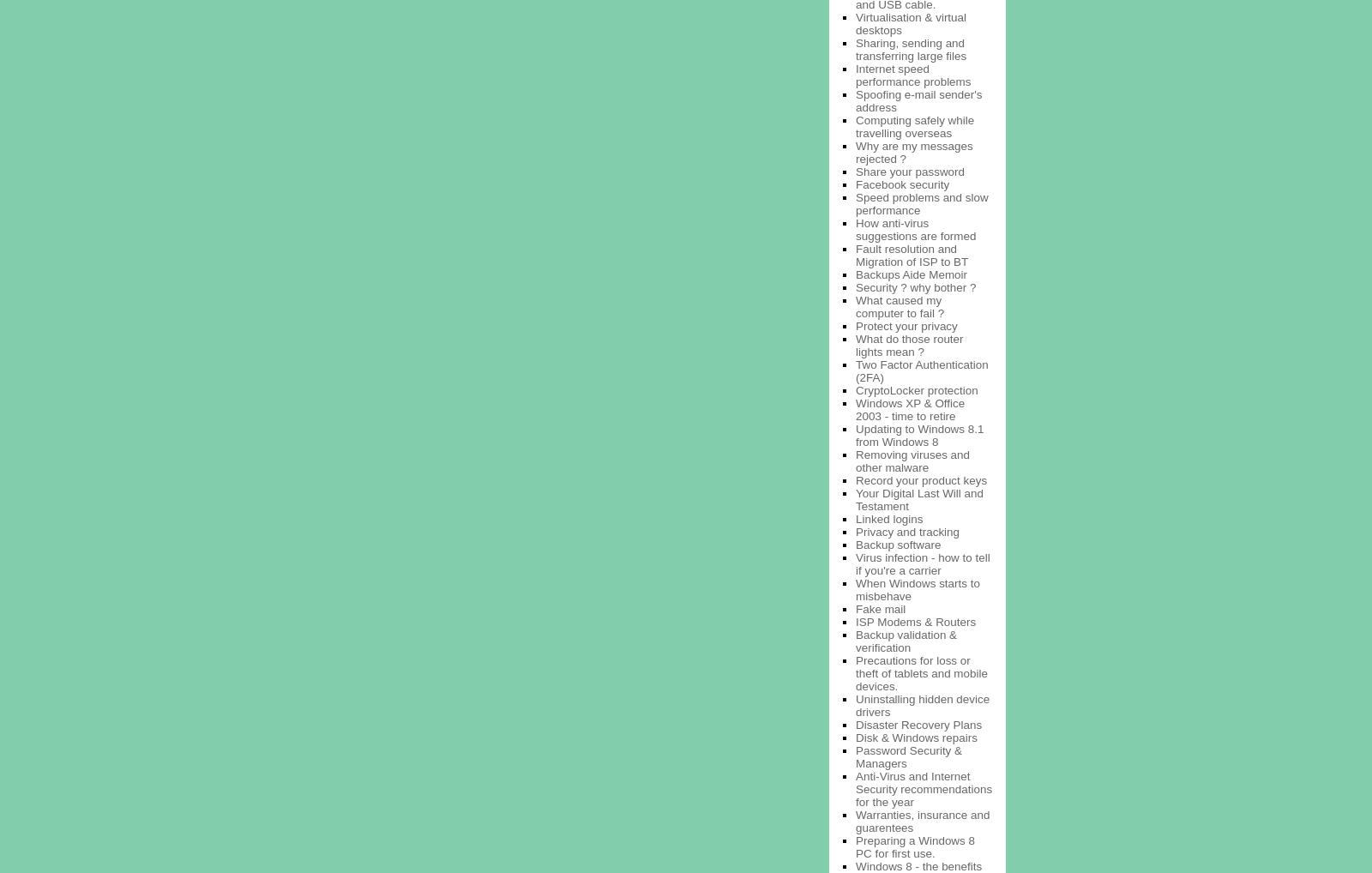 The width and height of the screenshot is (1372, 873). I want to click on 'Anti-Virus and Internet Security recommendations for the year', so click(855, 787).